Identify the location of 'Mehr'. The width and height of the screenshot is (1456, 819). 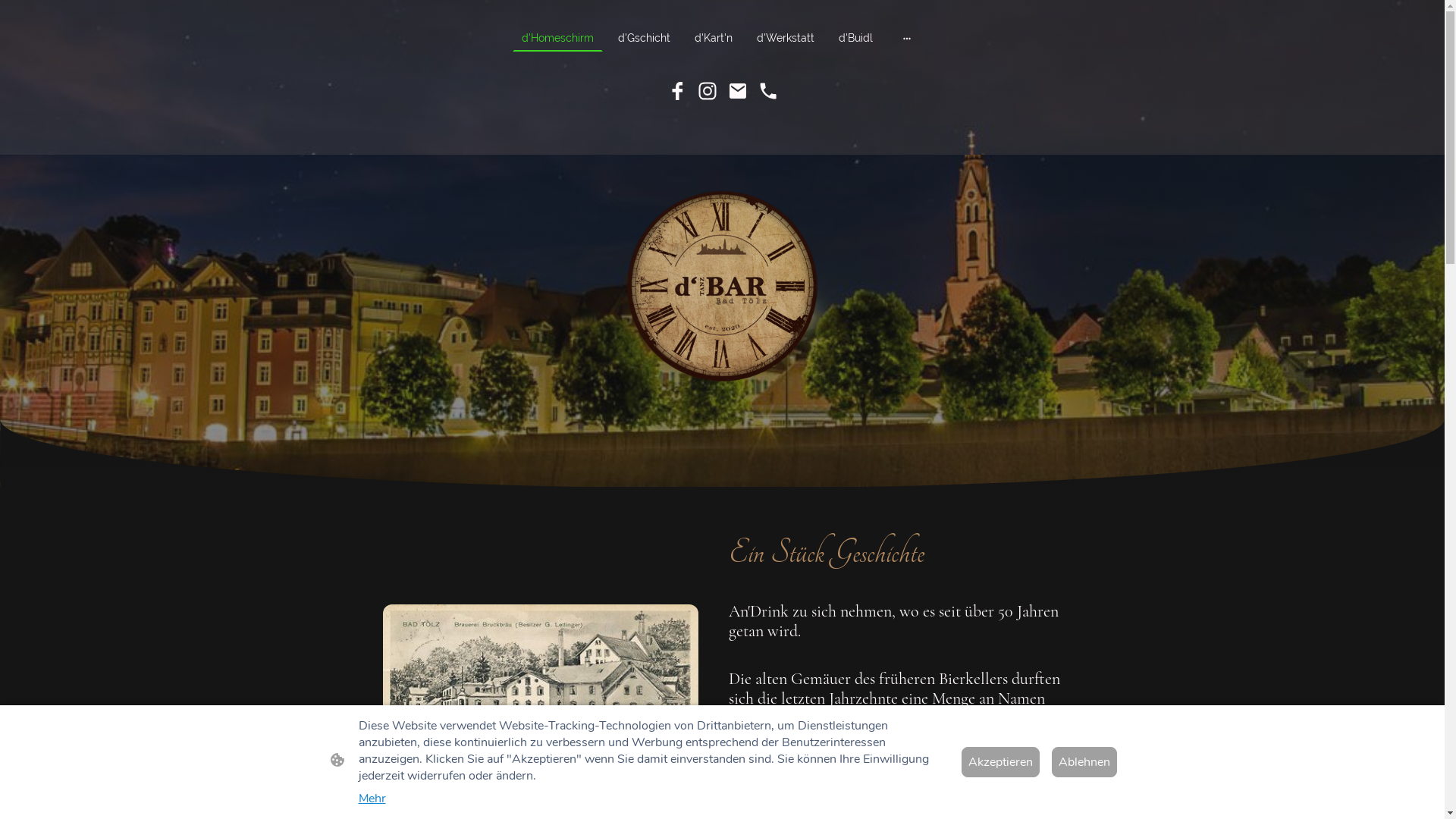
(371, 798).